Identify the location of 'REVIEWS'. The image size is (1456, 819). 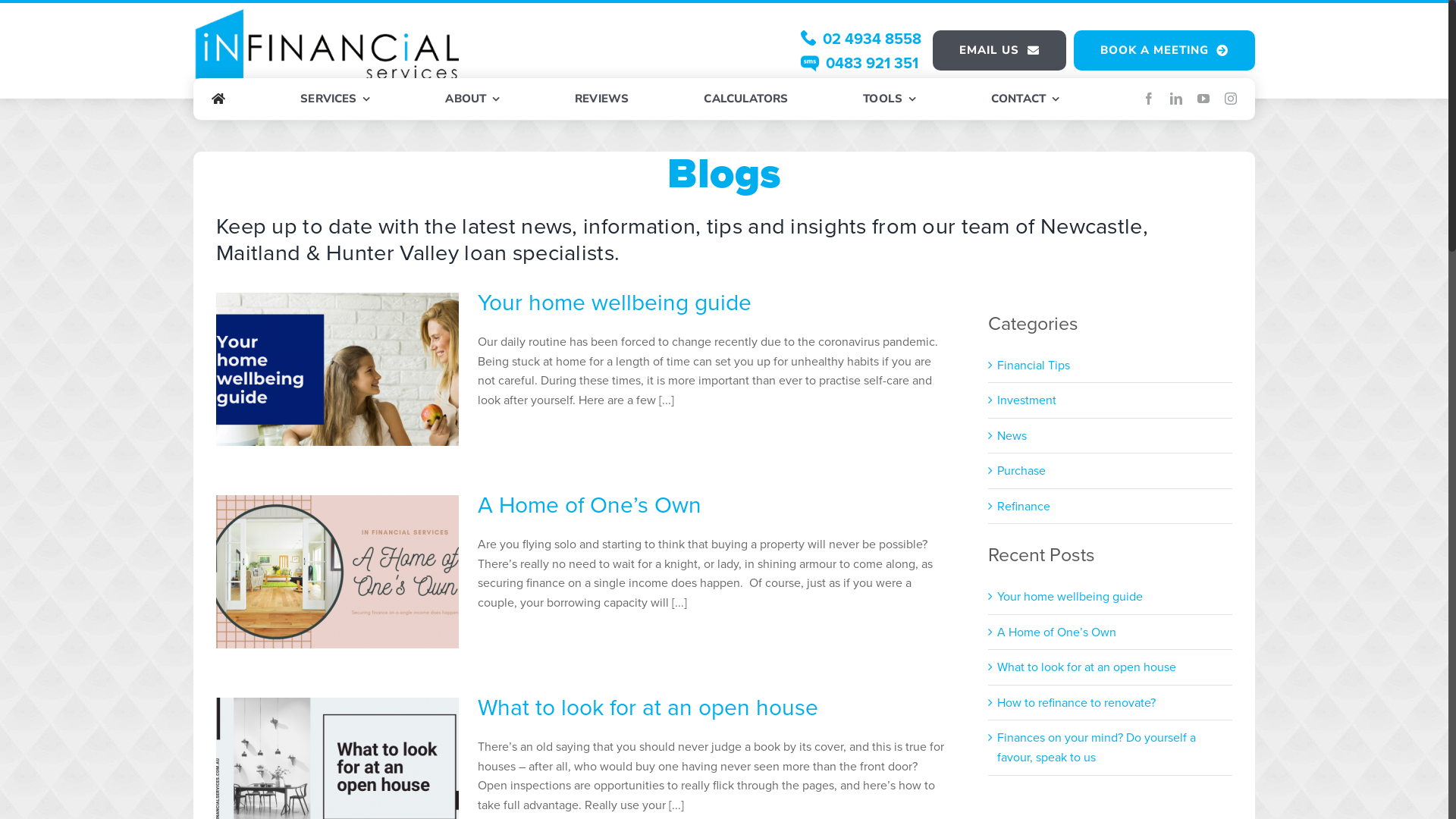
(601, 99).